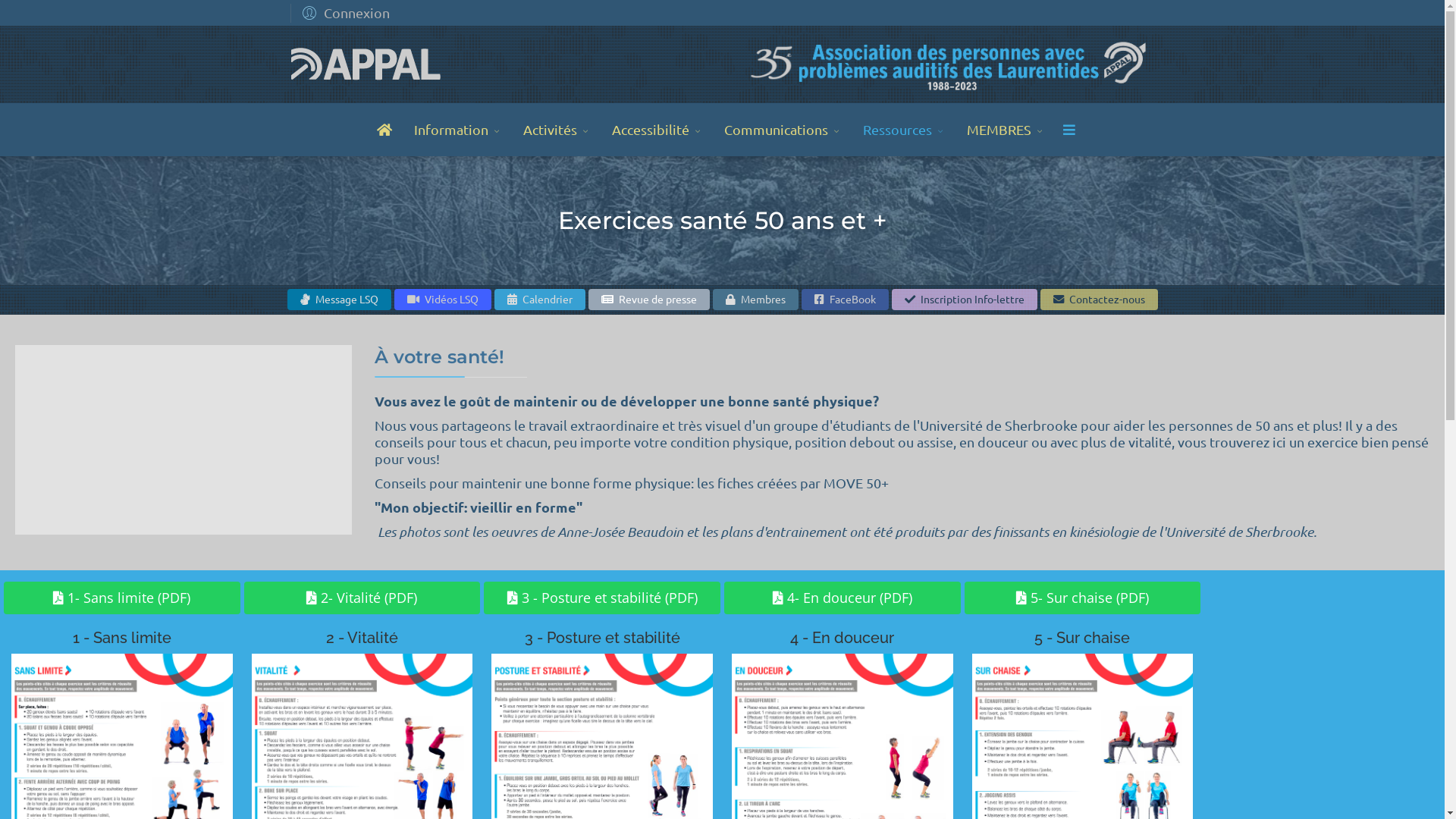 The height and width of the screenshot is (819, 1456). I want to click on '4- En douceur (PDF)', so click(841, 597).